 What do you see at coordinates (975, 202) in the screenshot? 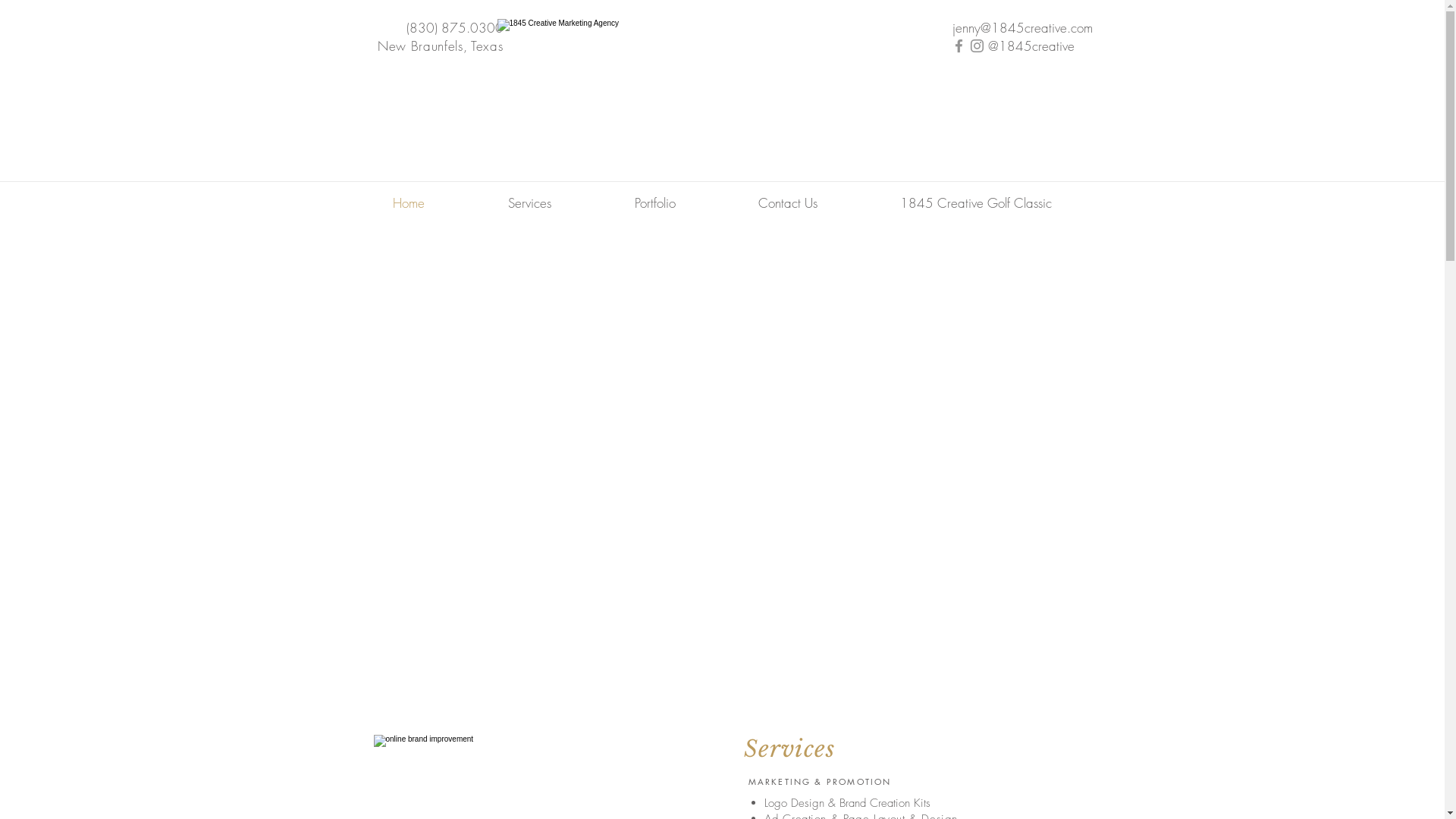
I see `'1845 Creative Golf Classic'` at bounding box center [975, 202].